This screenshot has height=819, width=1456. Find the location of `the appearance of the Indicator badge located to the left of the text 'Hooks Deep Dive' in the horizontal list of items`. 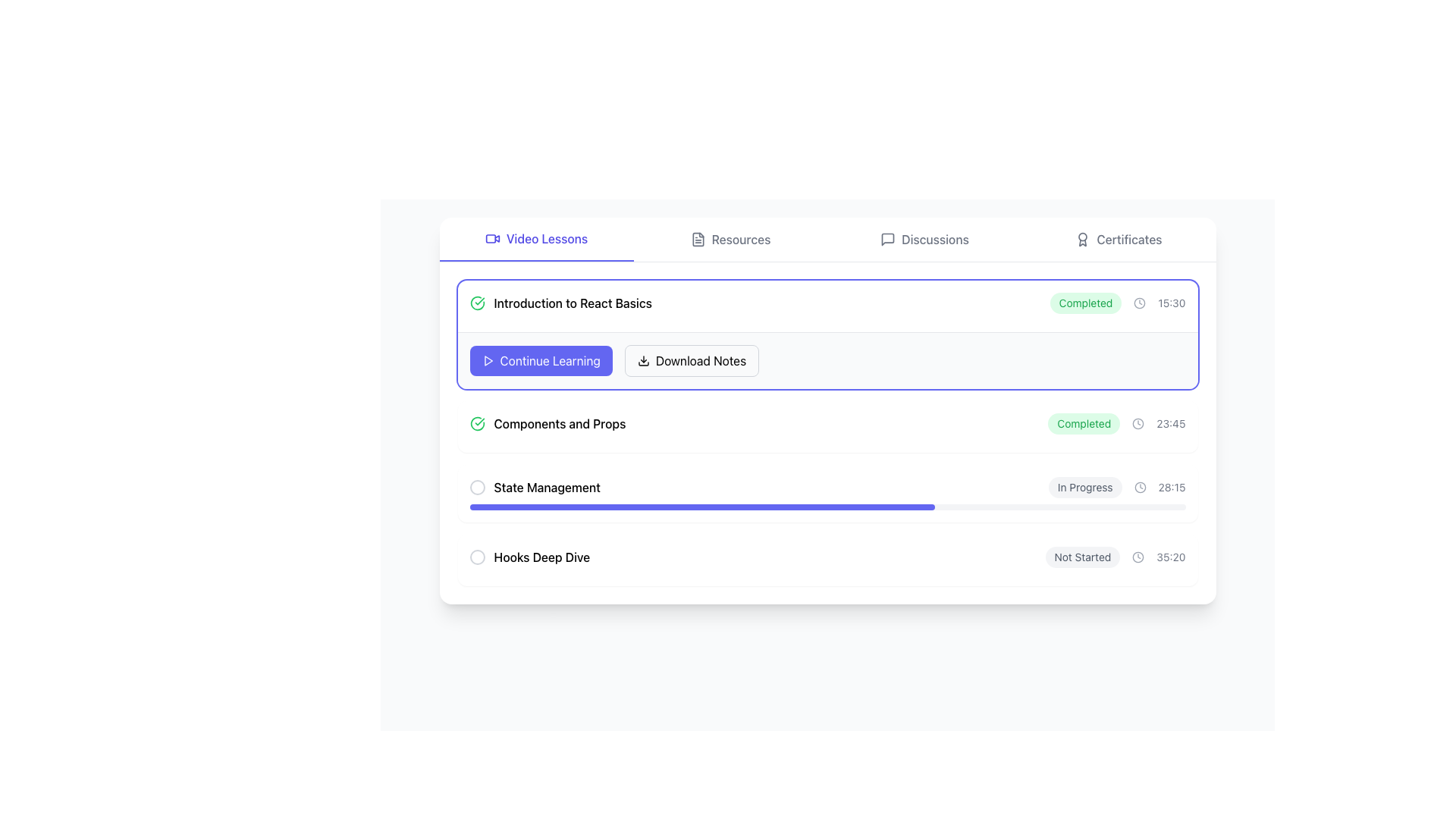

the appearance of the Indicator badge located to the left of the text 'Hooks Deep Dive' in the horizontal list of items is located at coordinates (476, 557).